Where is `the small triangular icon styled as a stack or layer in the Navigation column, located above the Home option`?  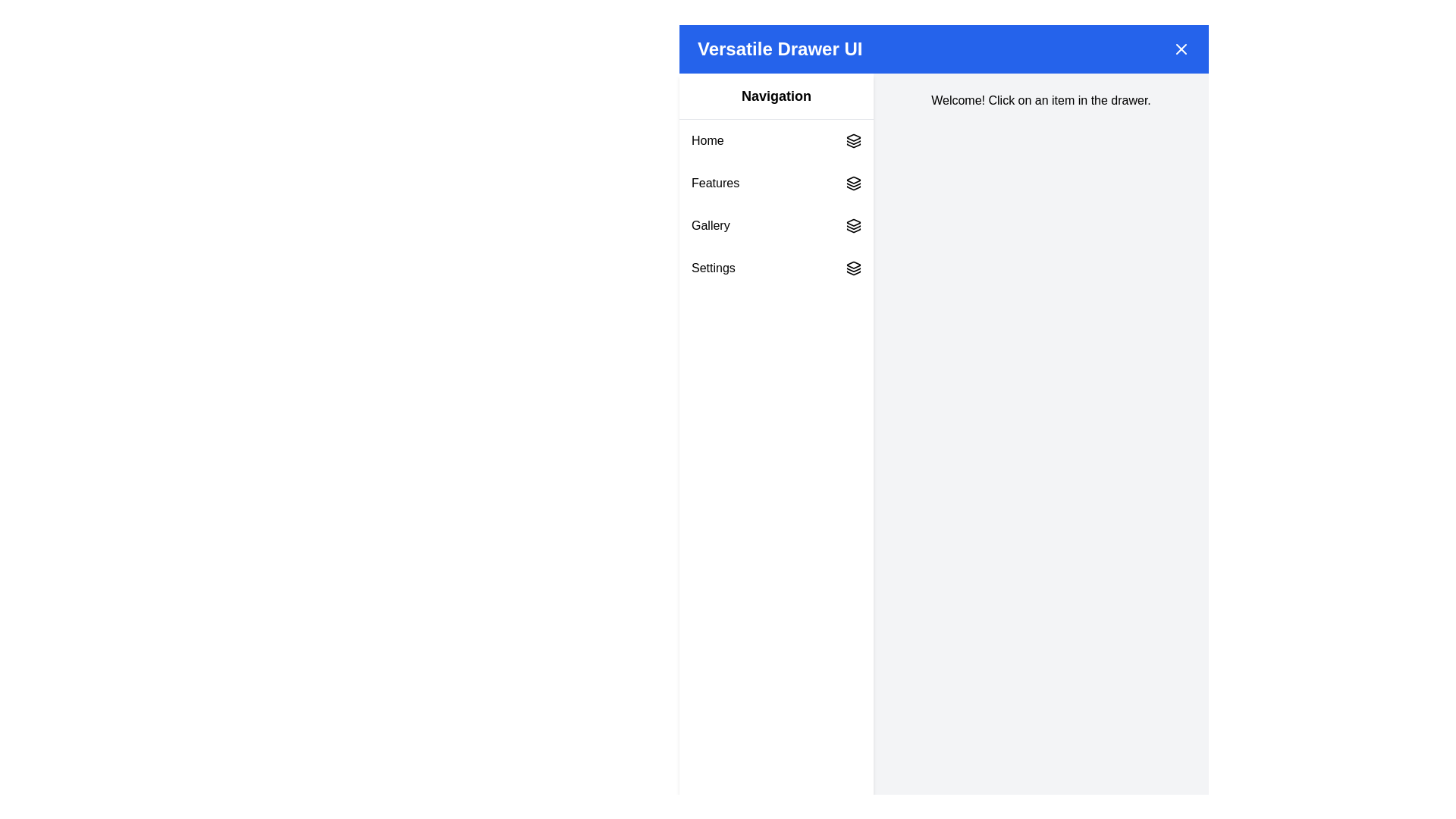 the small triangular icon styled as a stack or layer in the Navigation column, located above the Home option is located at coordinates (854, 137).